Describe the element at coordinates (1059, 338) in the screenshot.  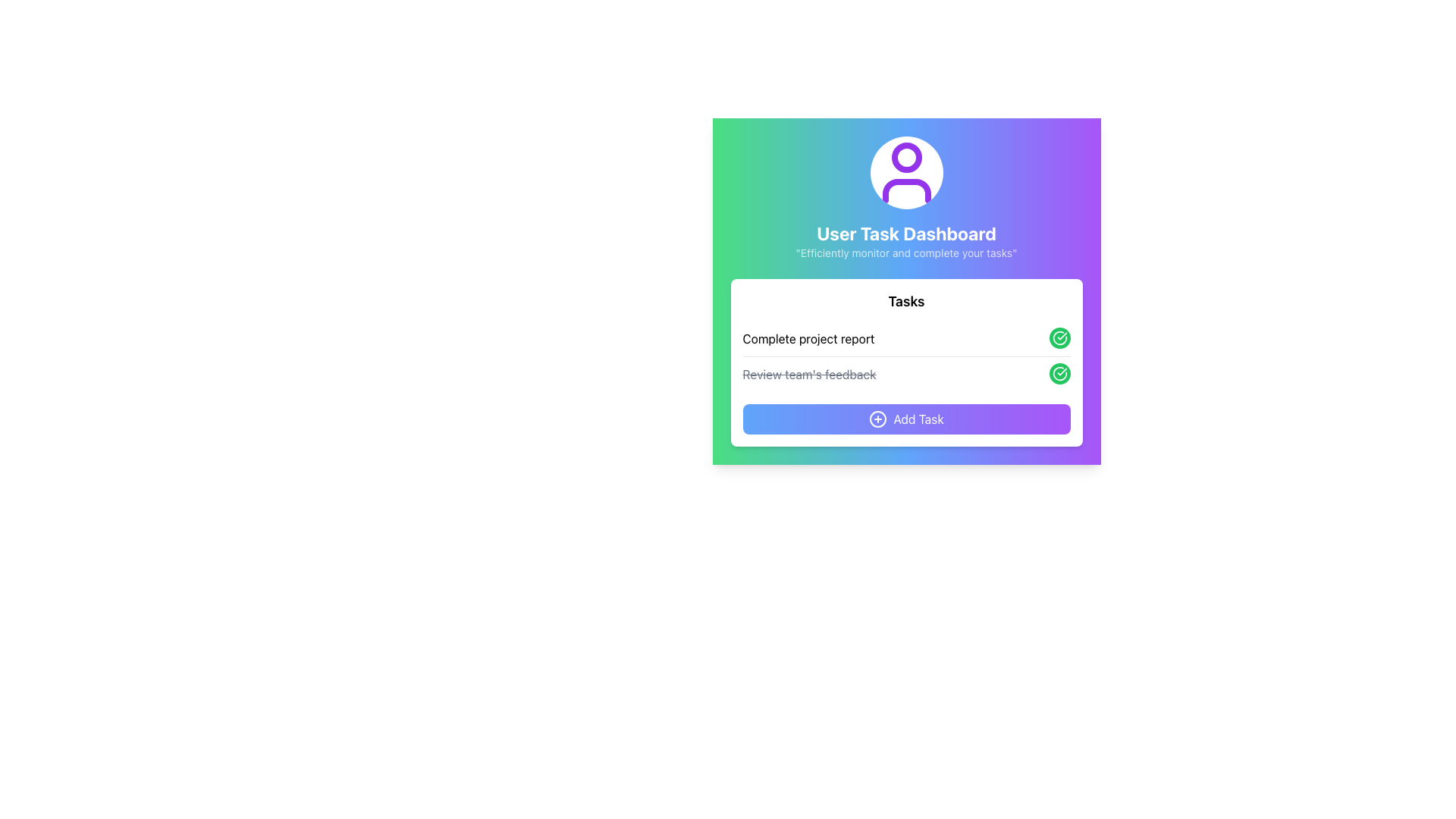
I see `the circular green button with a white checkmark icon located` at that location.